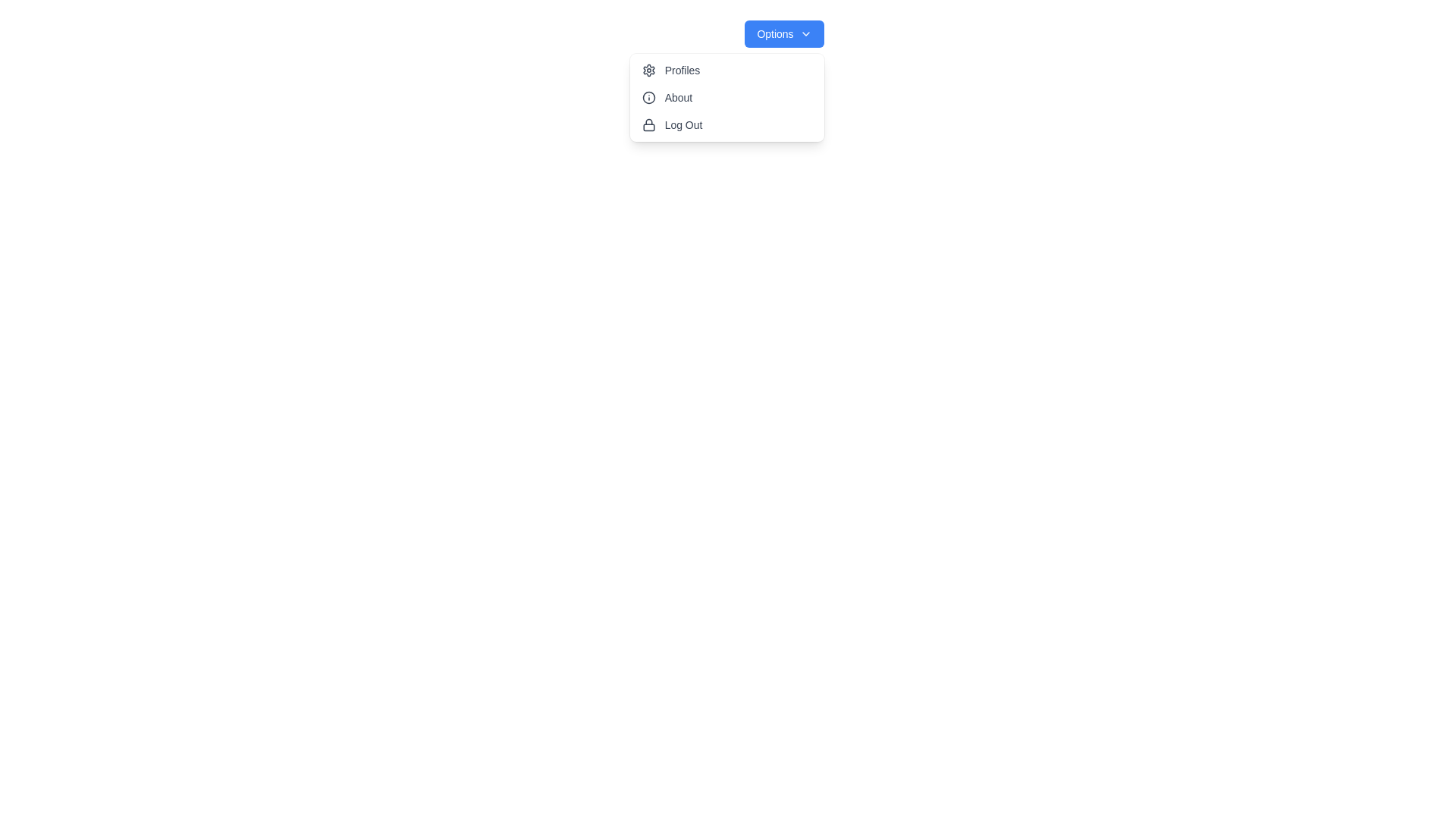  I want to click on the cogwheel-shaped settings icon associated with the 'Profiles' menu option, so click(648, 70).